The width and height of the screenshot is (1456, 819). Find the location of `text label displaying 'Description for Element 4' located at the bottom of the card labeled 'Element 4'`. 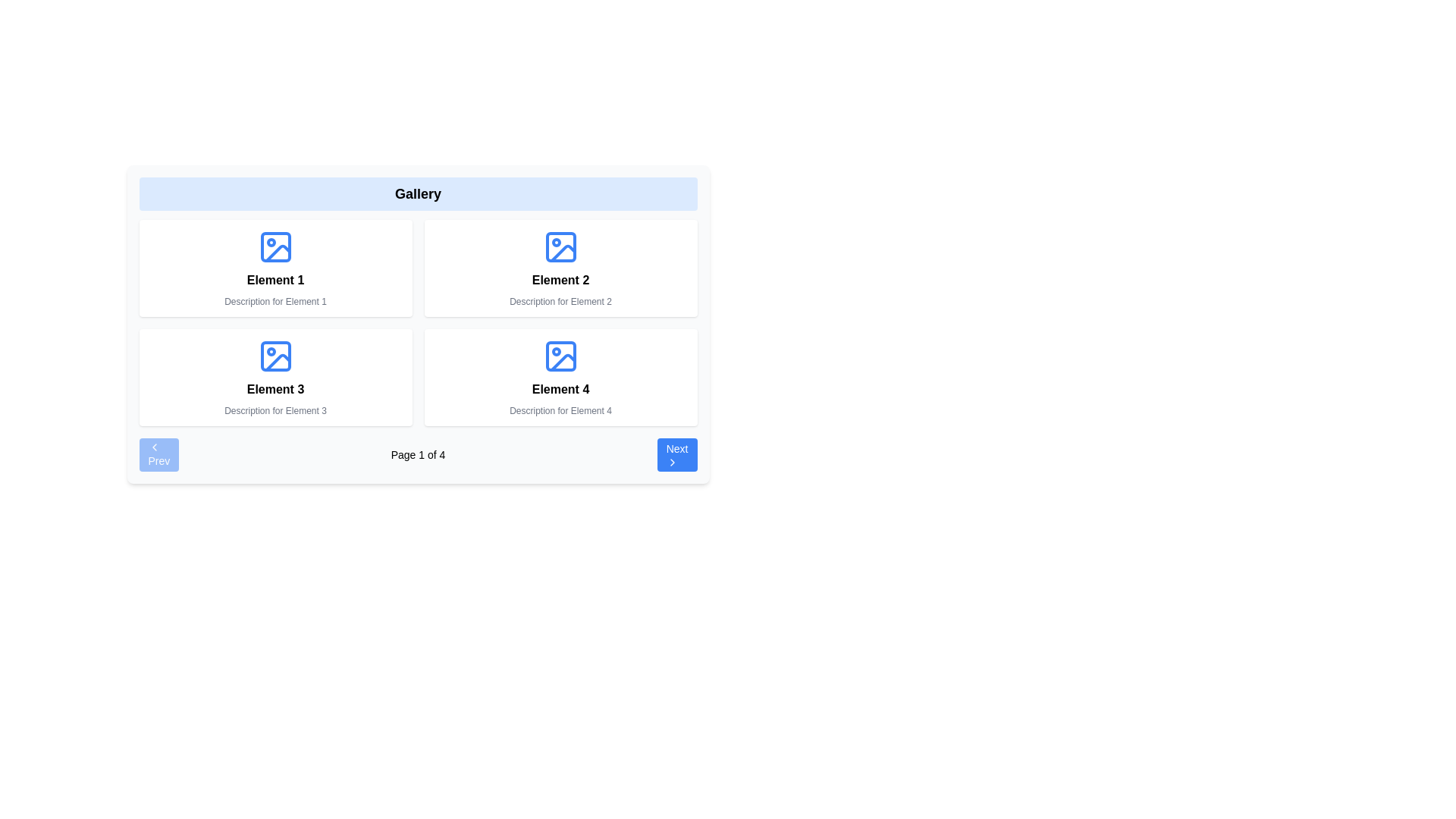

text label displaying 'Description for Element 4' located at the bottom of the card labeled 'Element 4' is located at coordinates (560, 411).